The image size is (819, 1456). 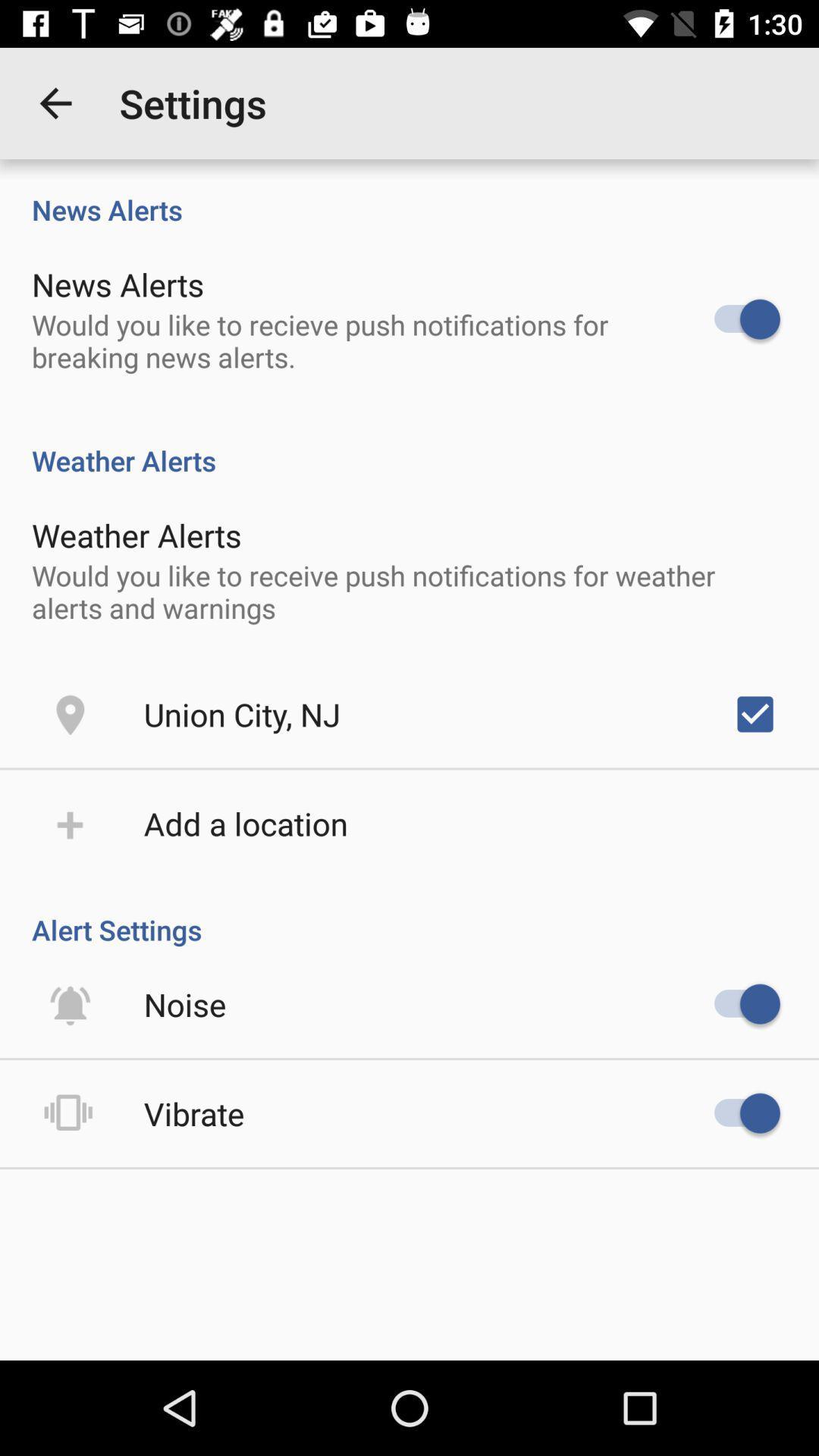 I want to click on noise, so click(x=184, y=1004).